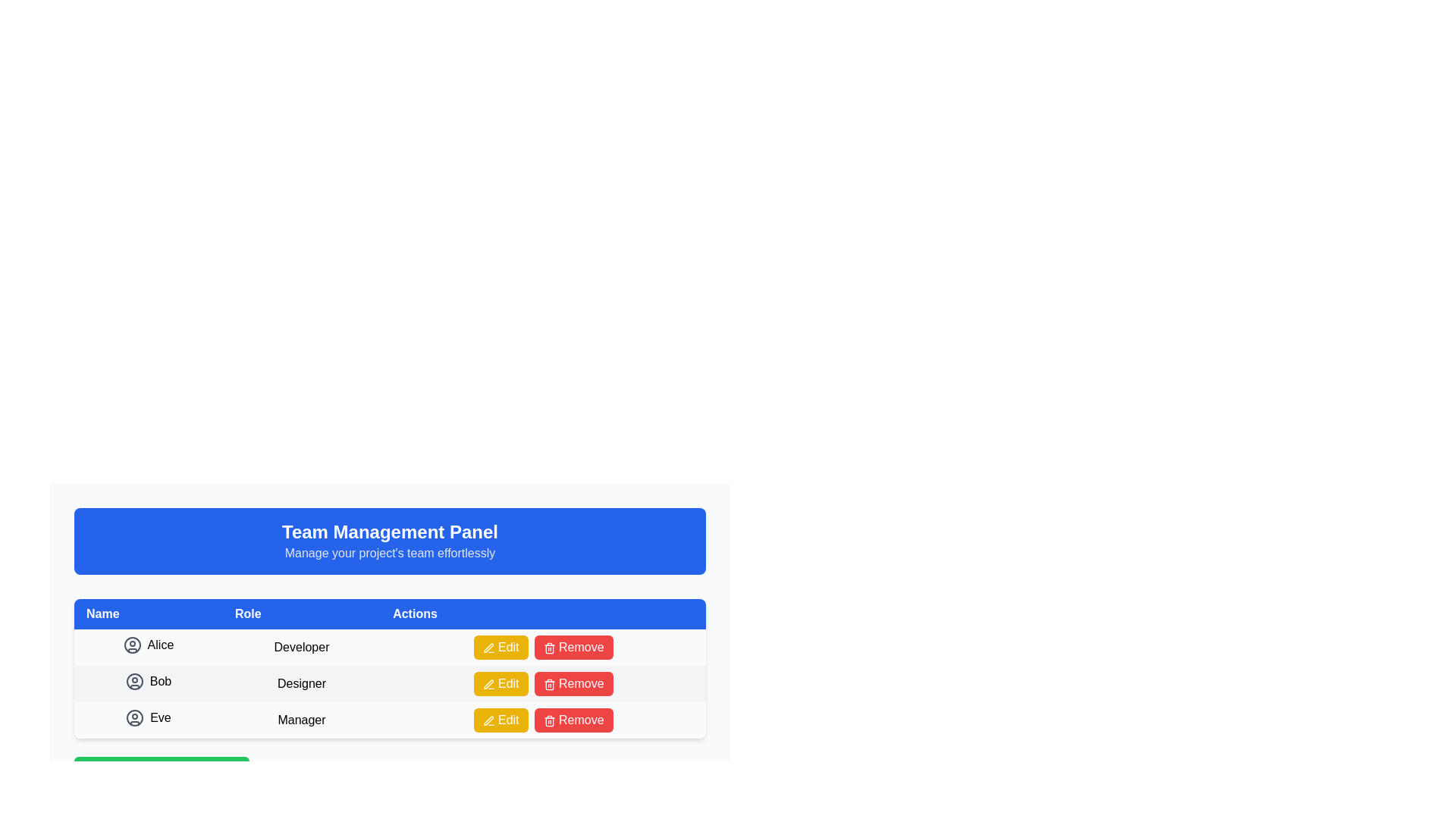 The image size is (1456, 819). Describe the element at coordinates (149, 645) in the screenshot. I see `the inline-flex element containing the user profile icon and the name 'Alice'` at that location.